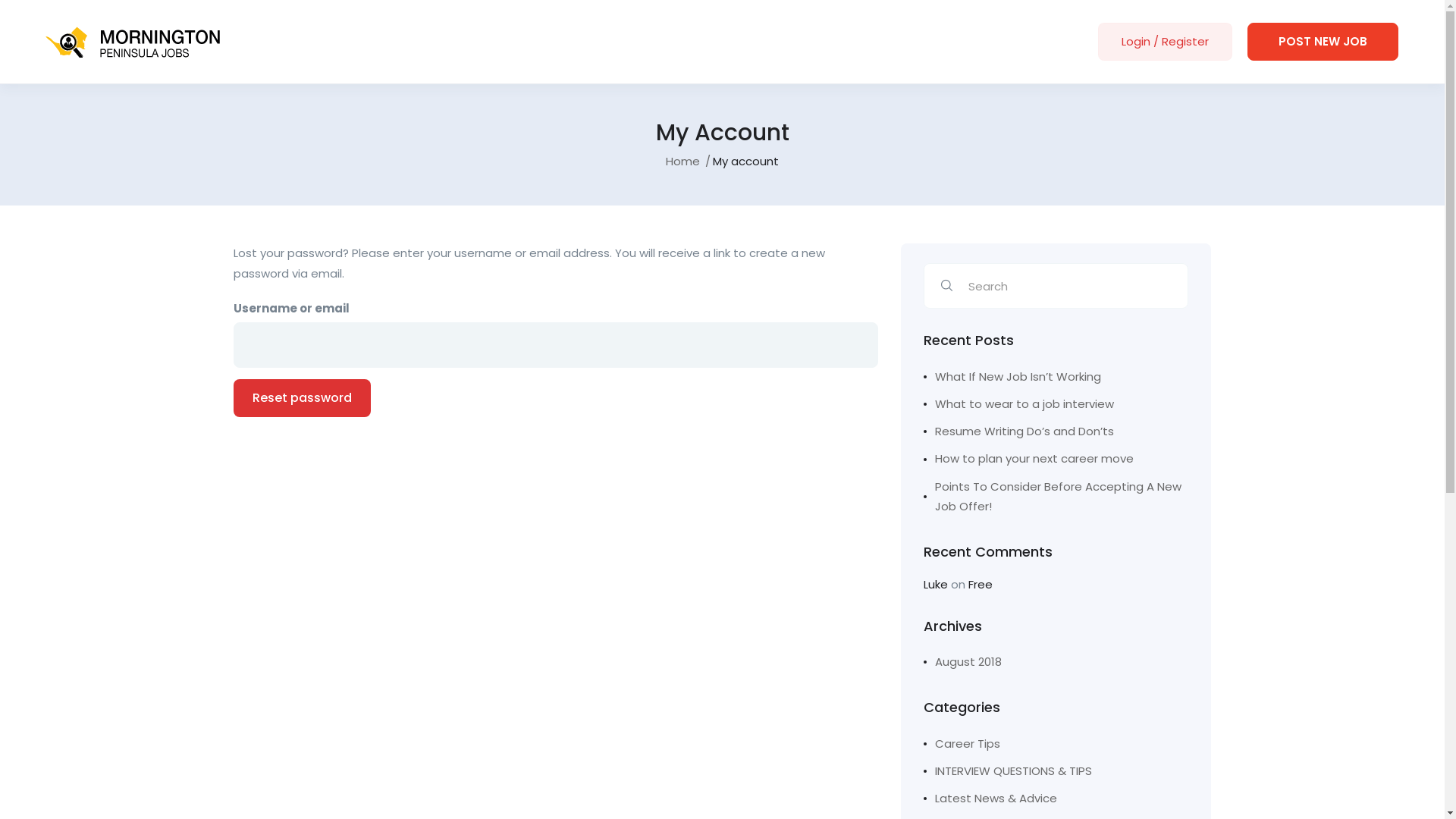  I want to click on 'Home', so click(682, 161).